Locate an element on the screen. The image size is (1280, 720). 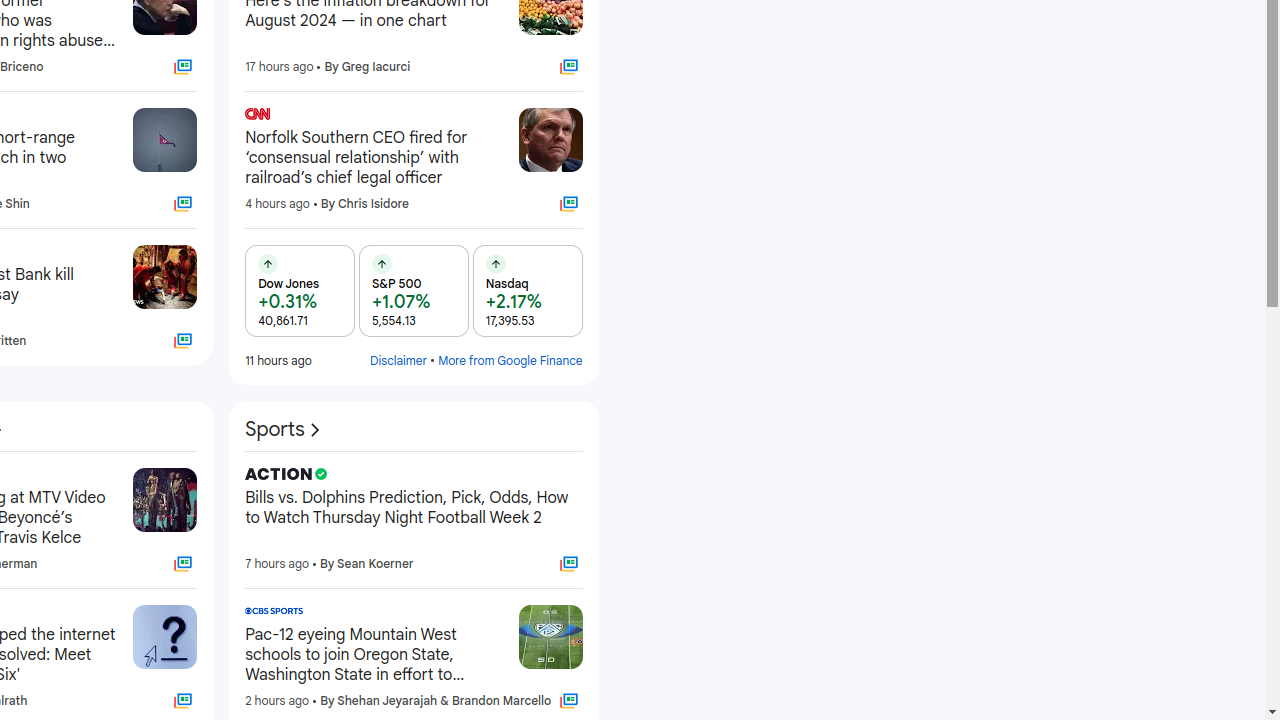
'S&P 500 +1.07% 5,554.13' is located at coordinates (412, 291).